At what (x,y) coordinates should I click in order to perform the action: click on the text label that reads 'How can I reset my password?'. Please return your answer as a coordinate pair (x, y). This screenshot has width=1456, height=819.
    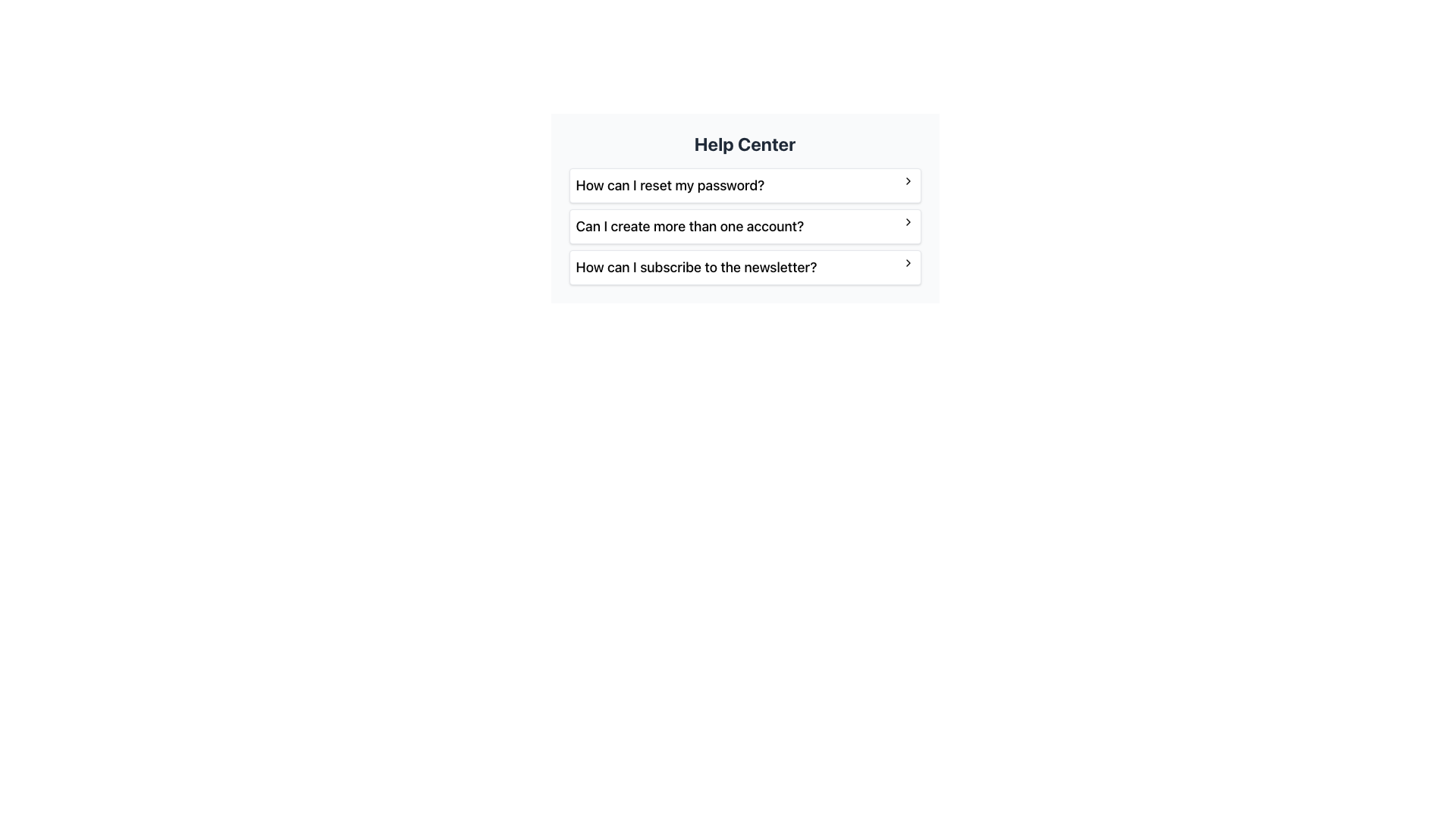
    Looking at the image, I should click on (745, 185).